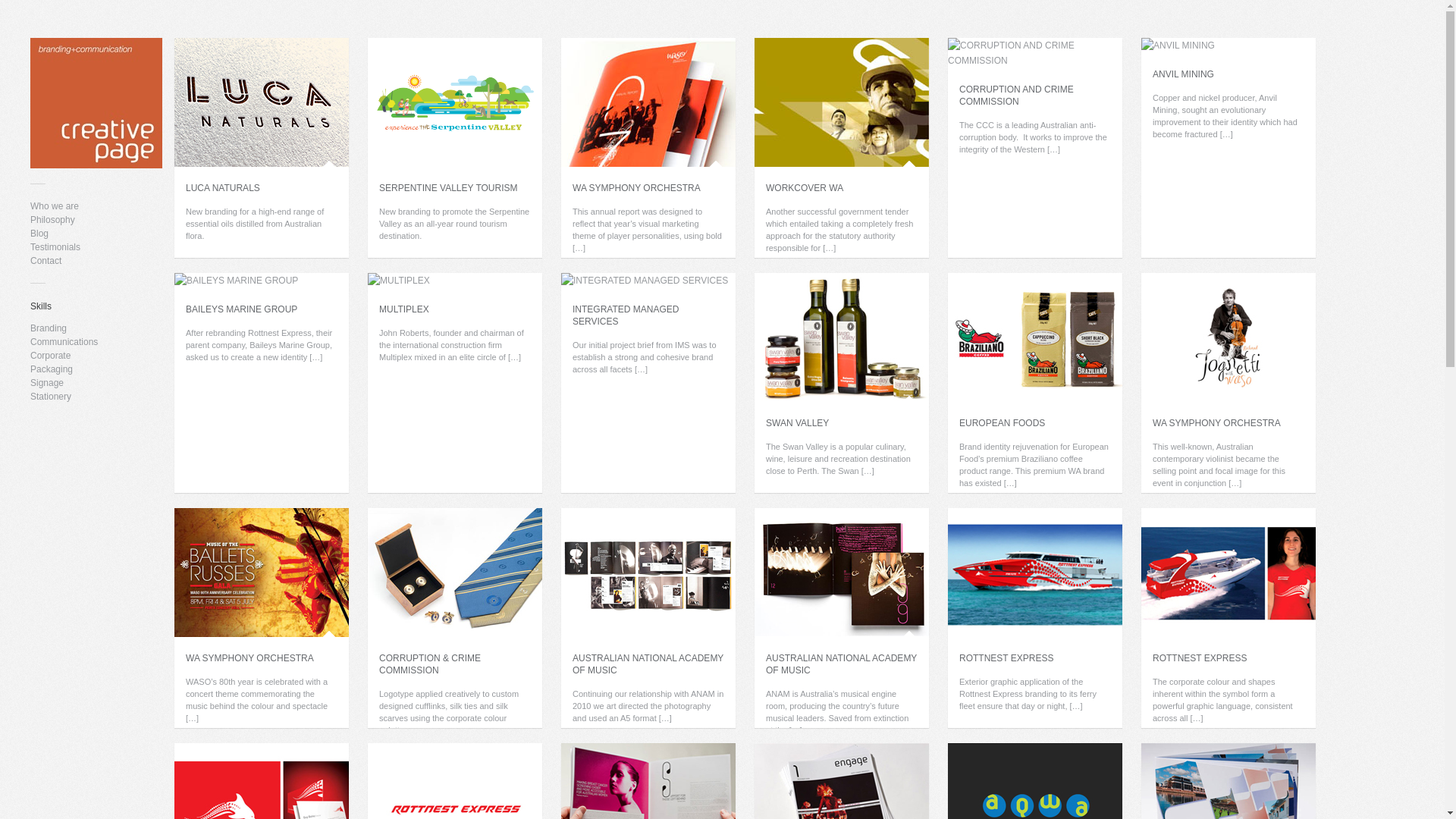  What do you see at coordinates (50, 356) in the screenshot?
I see `'Corporate'` at bounding box center [50, 356].